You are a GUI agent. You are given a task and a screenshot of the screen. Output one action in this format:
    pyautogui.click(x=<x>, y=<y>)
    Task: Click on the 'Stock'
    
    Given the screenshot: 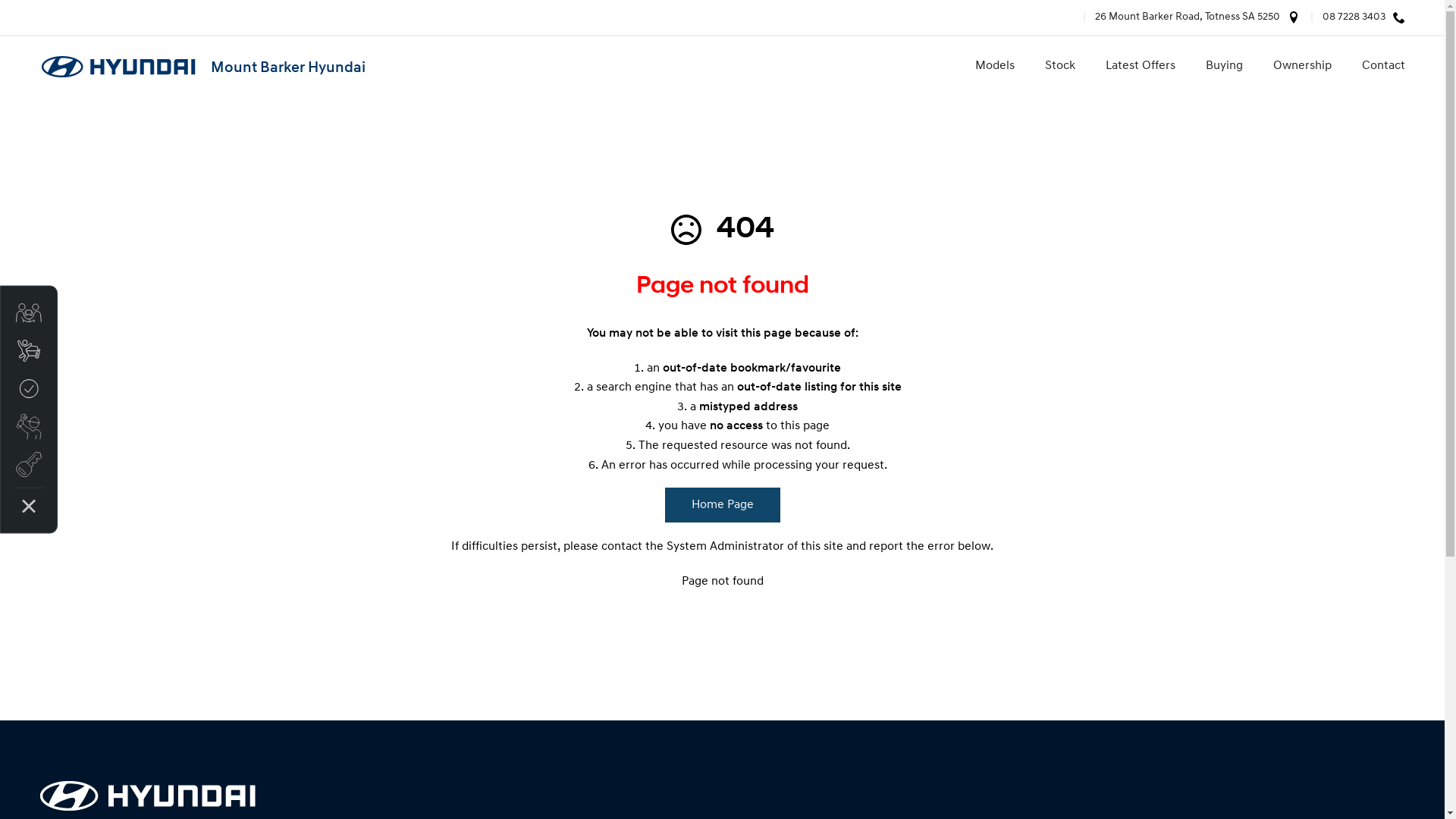 What is the action you would take?
    pyautogui.click(x=1059, y=66)
    